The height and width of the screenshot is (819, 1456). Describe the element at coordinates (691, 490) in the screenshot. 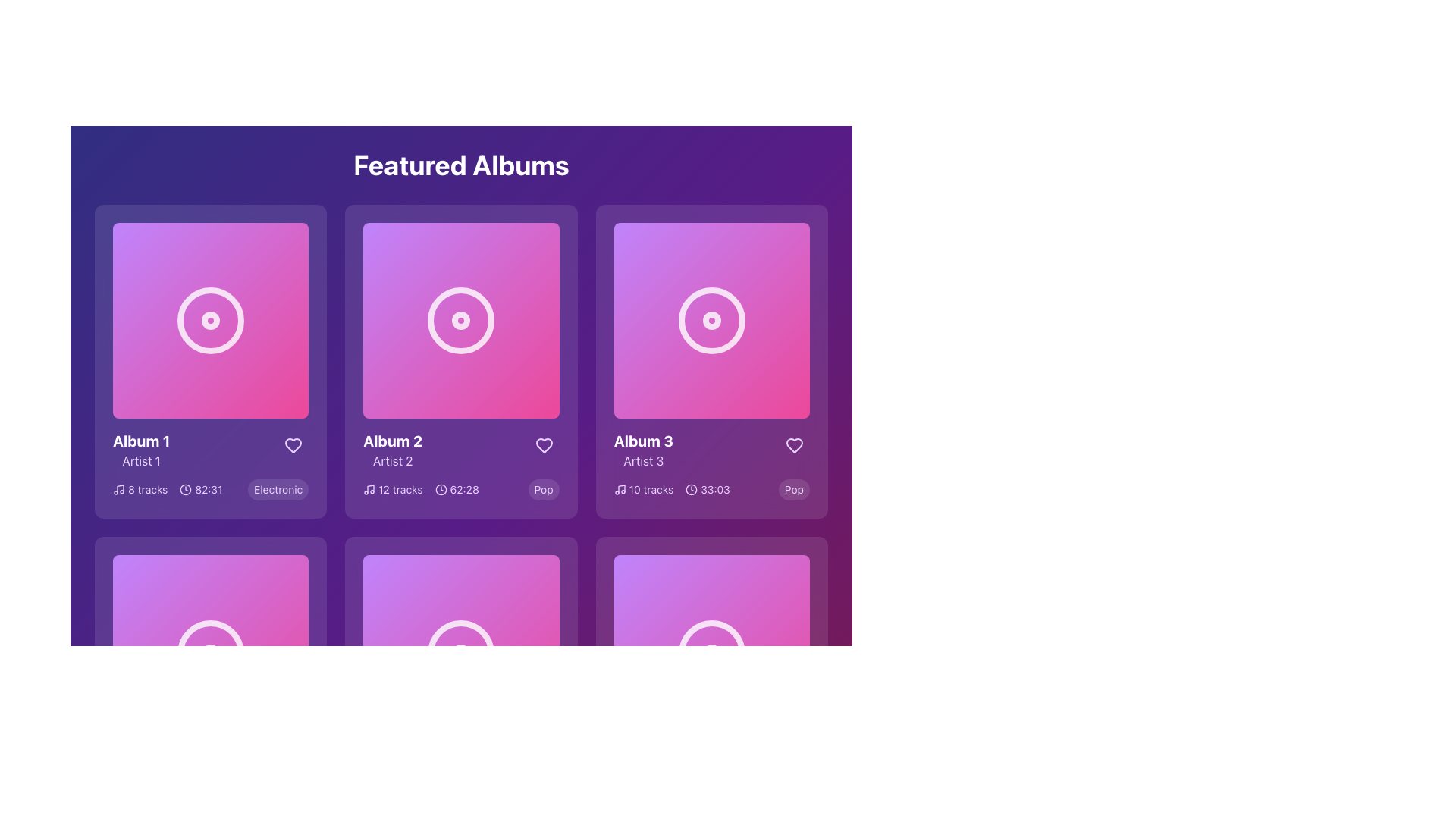

I see `the clock icon located within the 'Album 3' card, which indicates the duration of the associated album or track` at that location.